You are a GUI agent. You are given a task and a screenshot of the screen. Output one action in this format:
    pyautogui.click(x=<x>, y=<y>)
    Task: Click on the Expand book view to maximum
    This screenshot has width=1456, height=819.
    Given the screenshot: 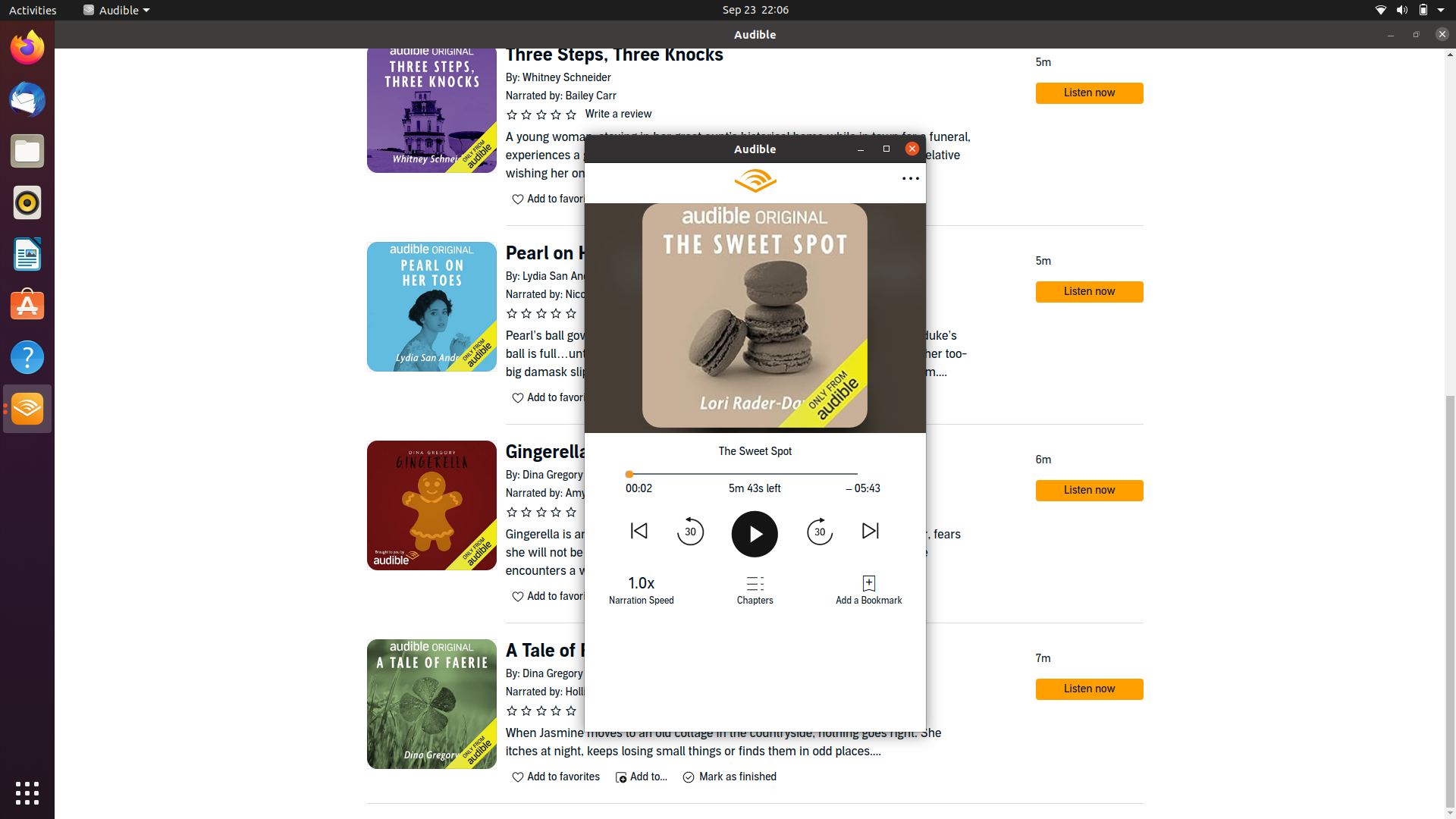 What is the action you would take?
    pyautogui.click(x=861, y=149)
    